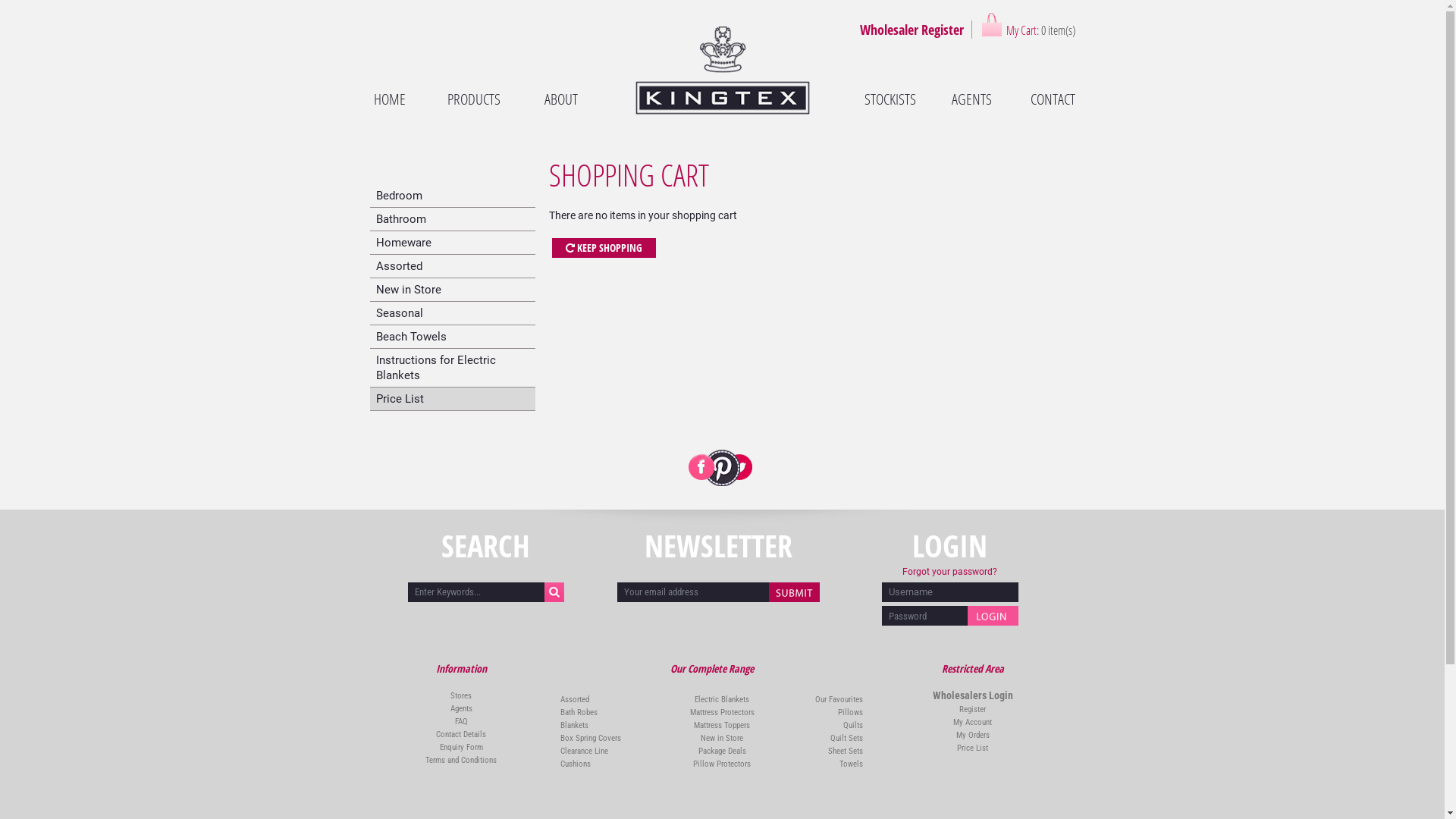  I want to click on 'CONTACT', so click(1047, 99).